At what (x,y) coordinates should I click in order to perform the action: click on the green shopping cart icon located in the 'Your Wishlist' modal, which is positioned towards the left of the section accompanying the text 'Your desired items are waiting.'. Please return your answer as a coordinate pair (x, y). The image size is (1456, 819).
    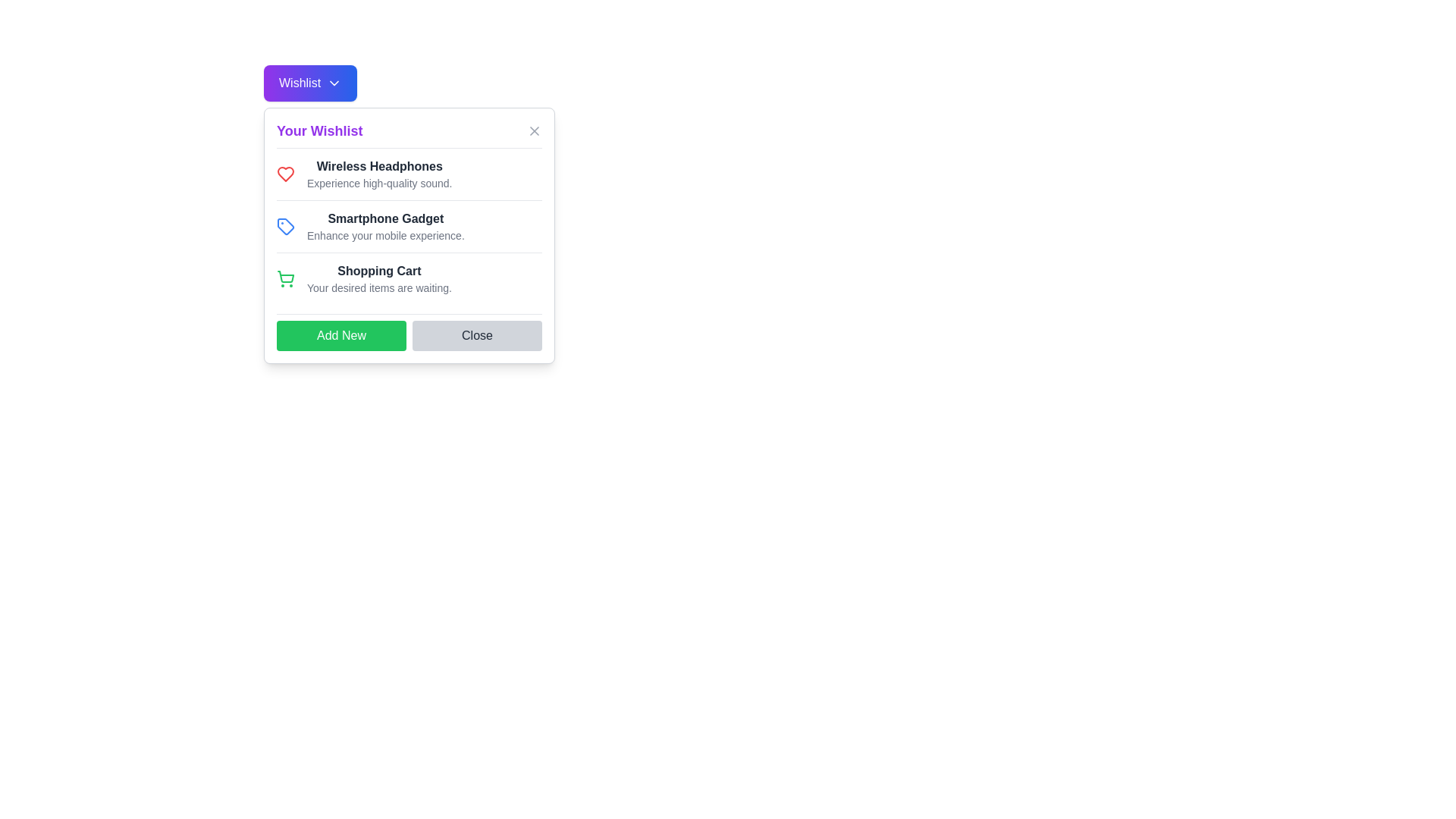
    Looking at the image, I should click on (286, 277).